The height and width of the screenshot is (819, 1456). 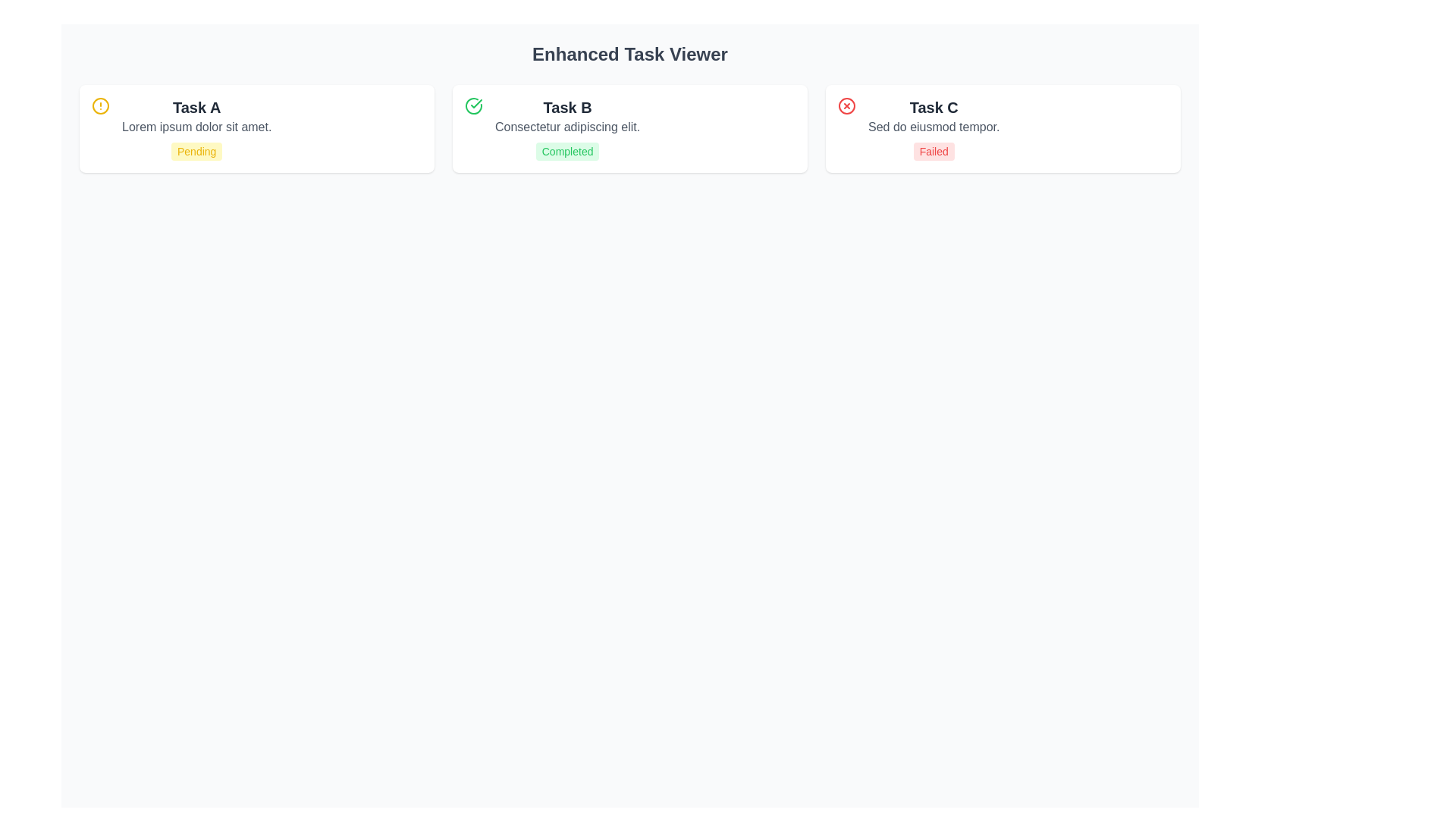 What do you see at coordinates (629, 127) in the screenshot?
I see `the second card in a three-column grid layout, which features a white background, rounded corners, a green check icon, bold dark text 'Task B', and a green badge labeled 'Completed'` at bounding box center [629, 127].